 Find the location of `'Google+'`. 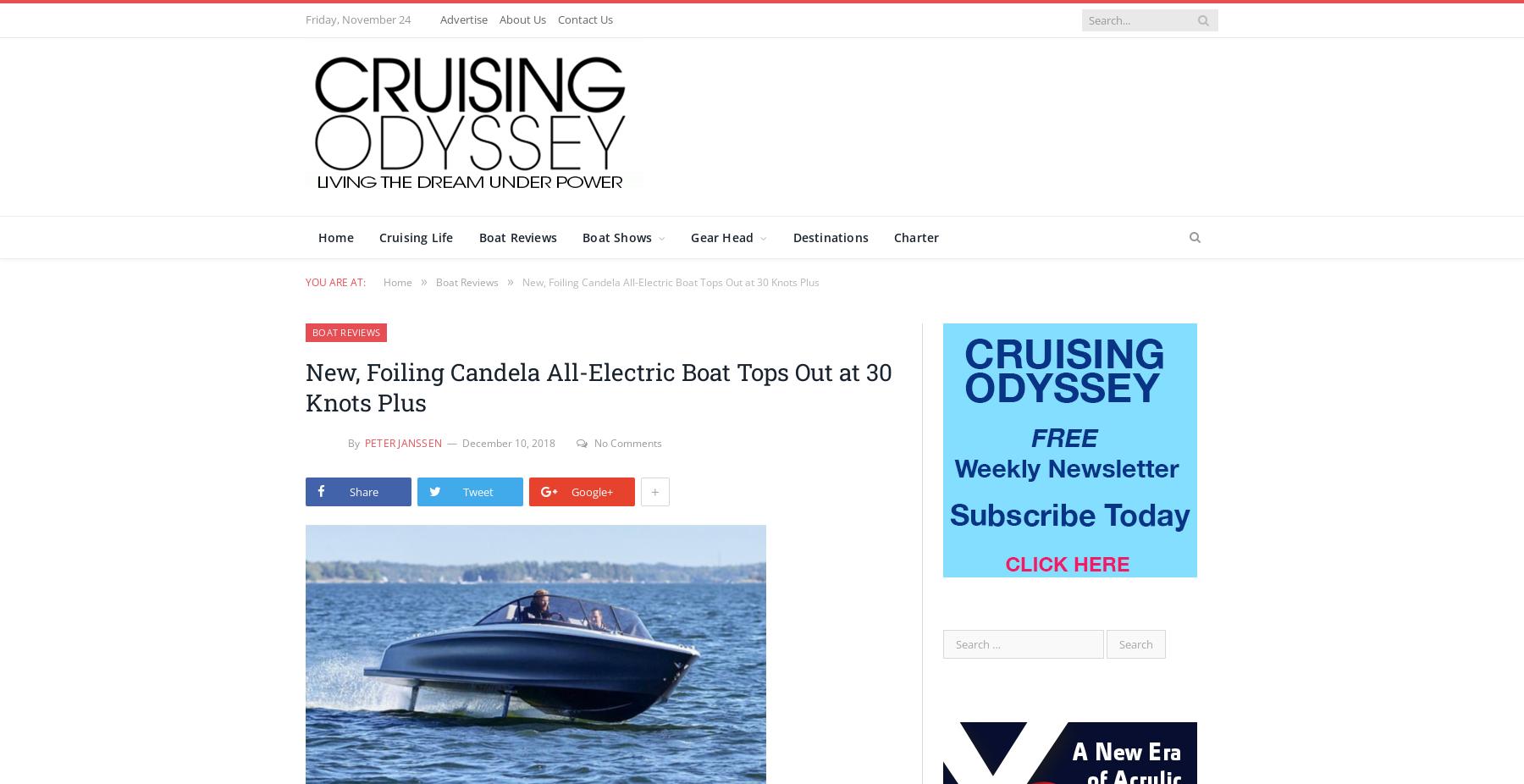

'Google+' is located at coordinates (590, 489).